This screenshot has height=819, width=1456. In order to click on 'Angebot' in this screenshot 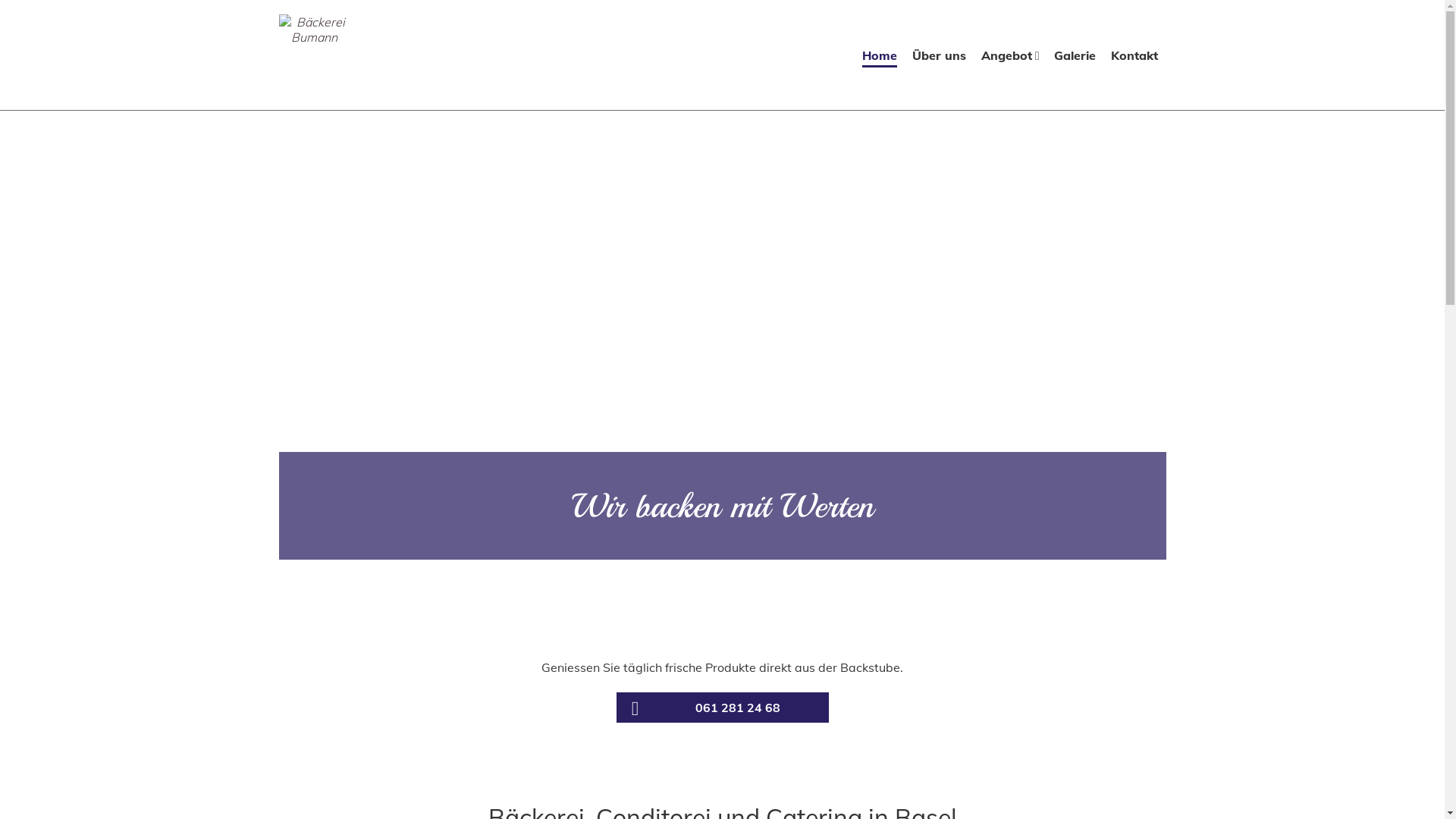, I will do `click(1010, 57)`.